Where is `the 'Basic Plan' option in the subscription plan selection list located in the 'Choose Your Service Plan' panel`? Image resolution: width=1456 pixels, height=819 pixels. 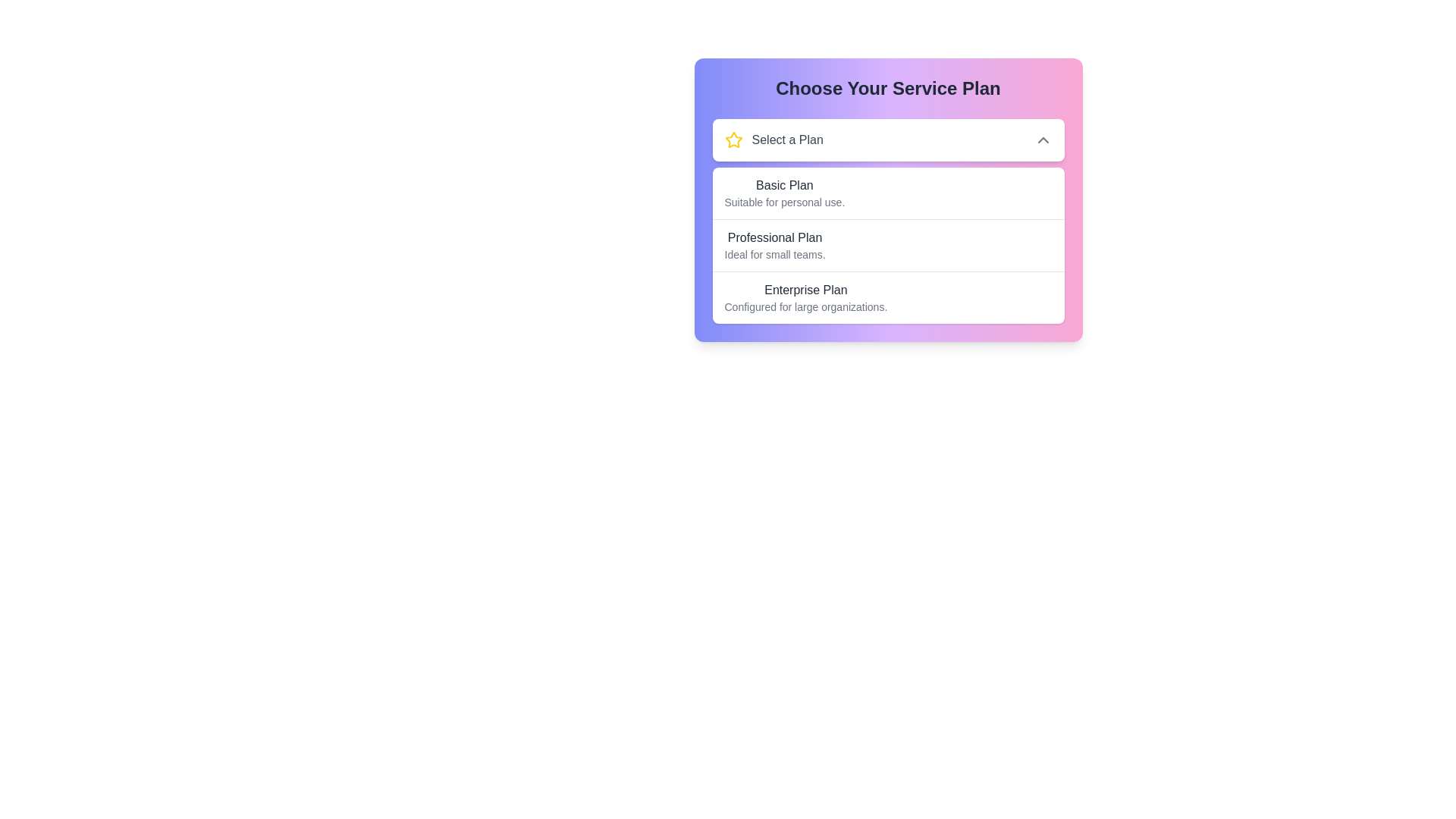 the 'Basic Plan' option in the subscription plan selection list located in the 'Choose Your Service Plan' panel is located at coordinates (888, 192).